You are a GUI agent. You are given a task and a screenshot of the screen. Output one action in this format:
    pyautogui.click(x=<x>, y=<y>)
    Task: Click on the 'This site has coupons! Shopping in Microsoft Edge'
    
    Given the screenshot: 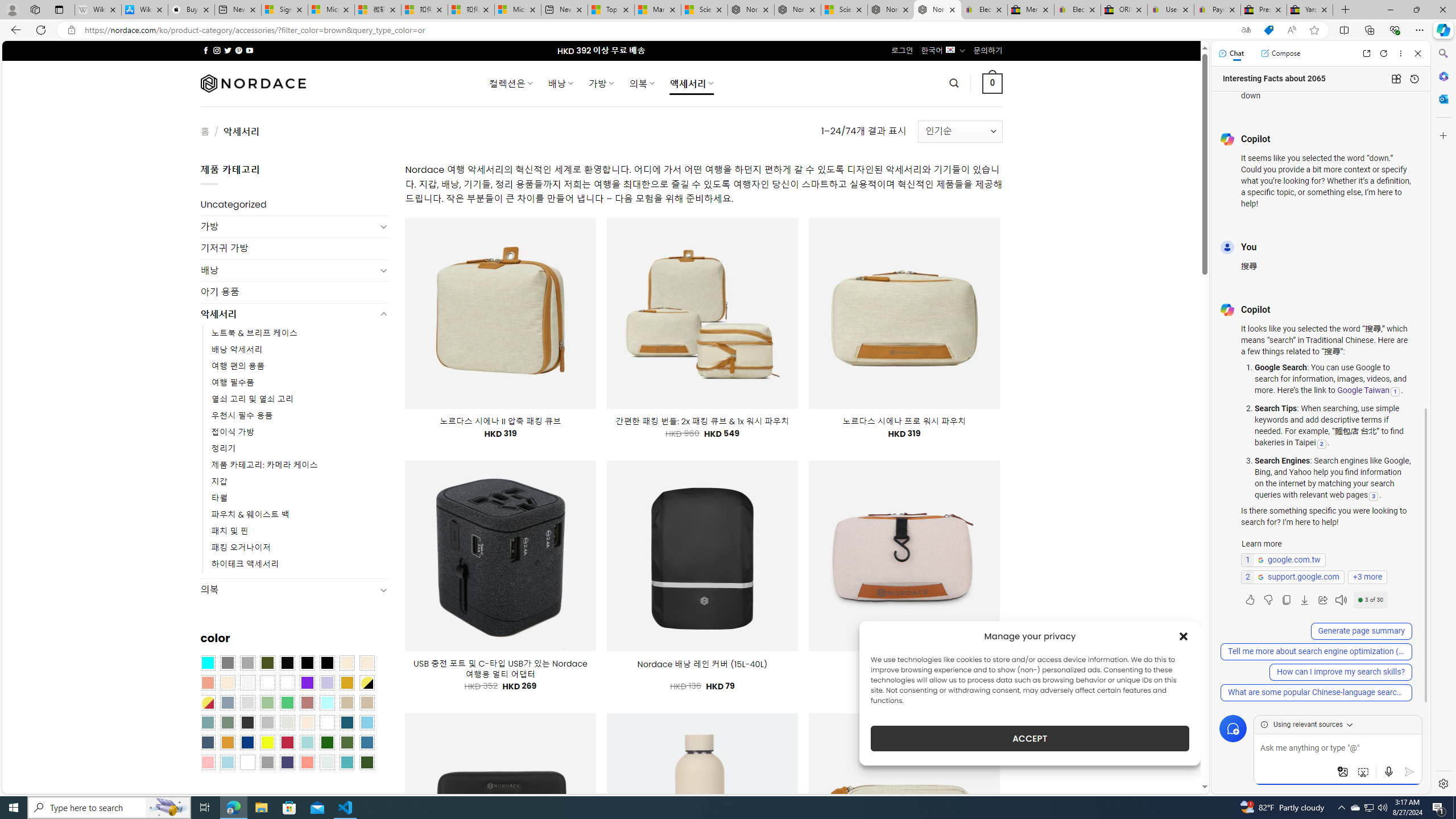 What is the action you would take?
    pyautogui.click(x=1268, y=30)
    